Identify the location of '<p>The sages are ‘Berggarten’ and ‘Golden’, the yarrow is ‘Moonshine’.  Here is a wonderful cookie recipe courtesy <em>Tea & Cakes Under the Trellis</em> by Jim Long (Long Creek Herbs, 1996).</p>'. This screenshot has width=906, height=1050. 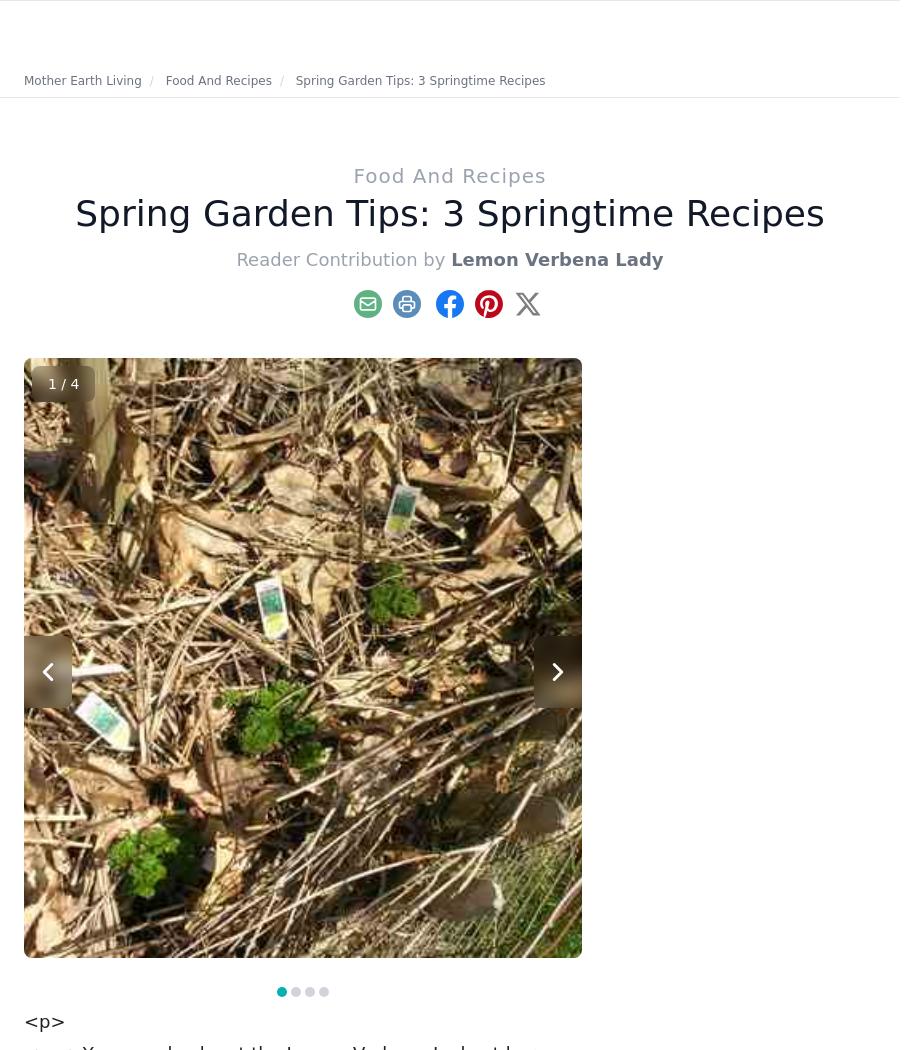
(298, 965).